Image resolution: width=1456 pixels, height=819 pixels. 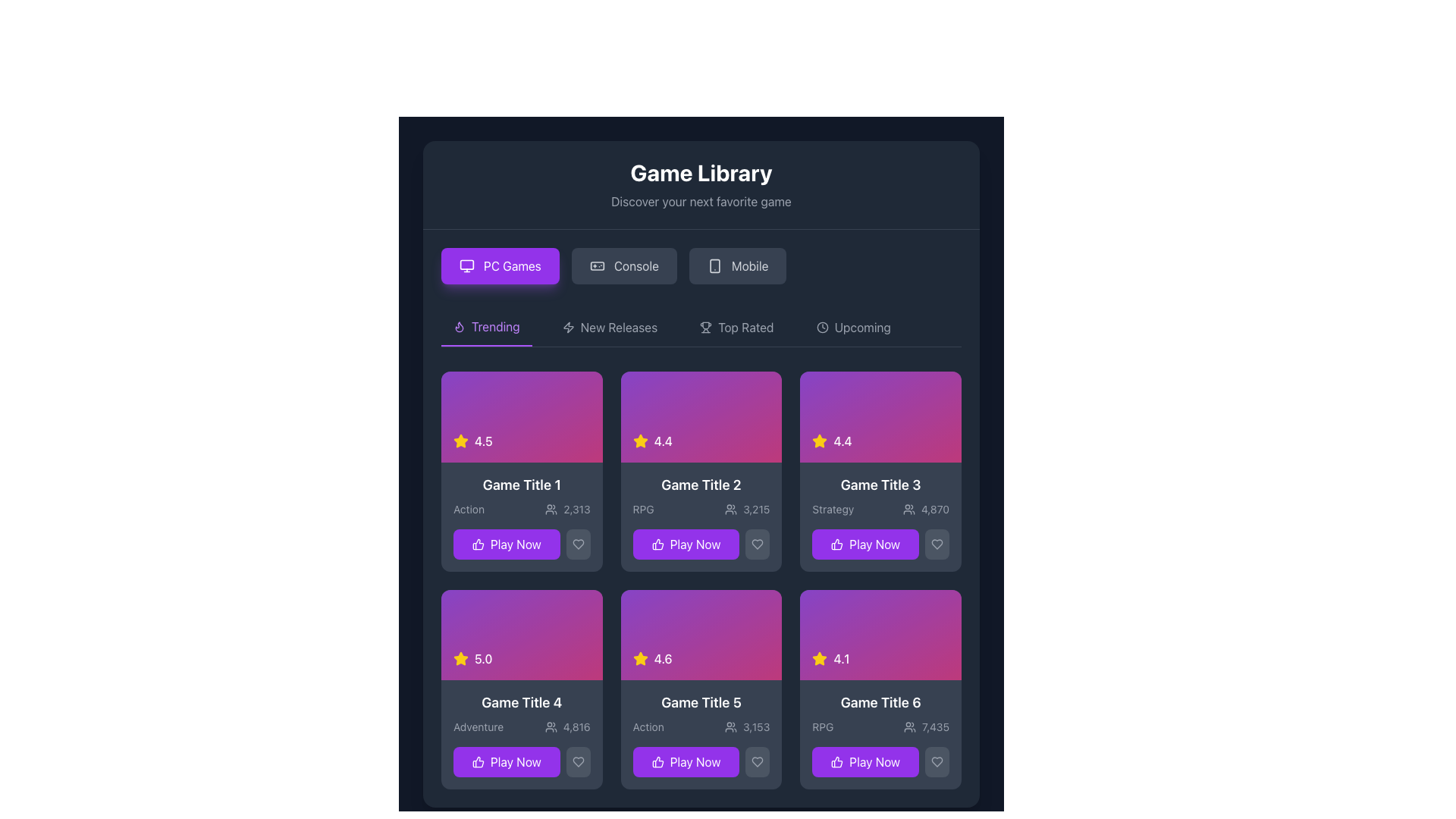 What do you see at coordinates (937, 762) in the screenshot?
I see `the heart-shaped icon button in the bottom-right corner of the 'Game Title 6' card` at bounding box center [937, 762].